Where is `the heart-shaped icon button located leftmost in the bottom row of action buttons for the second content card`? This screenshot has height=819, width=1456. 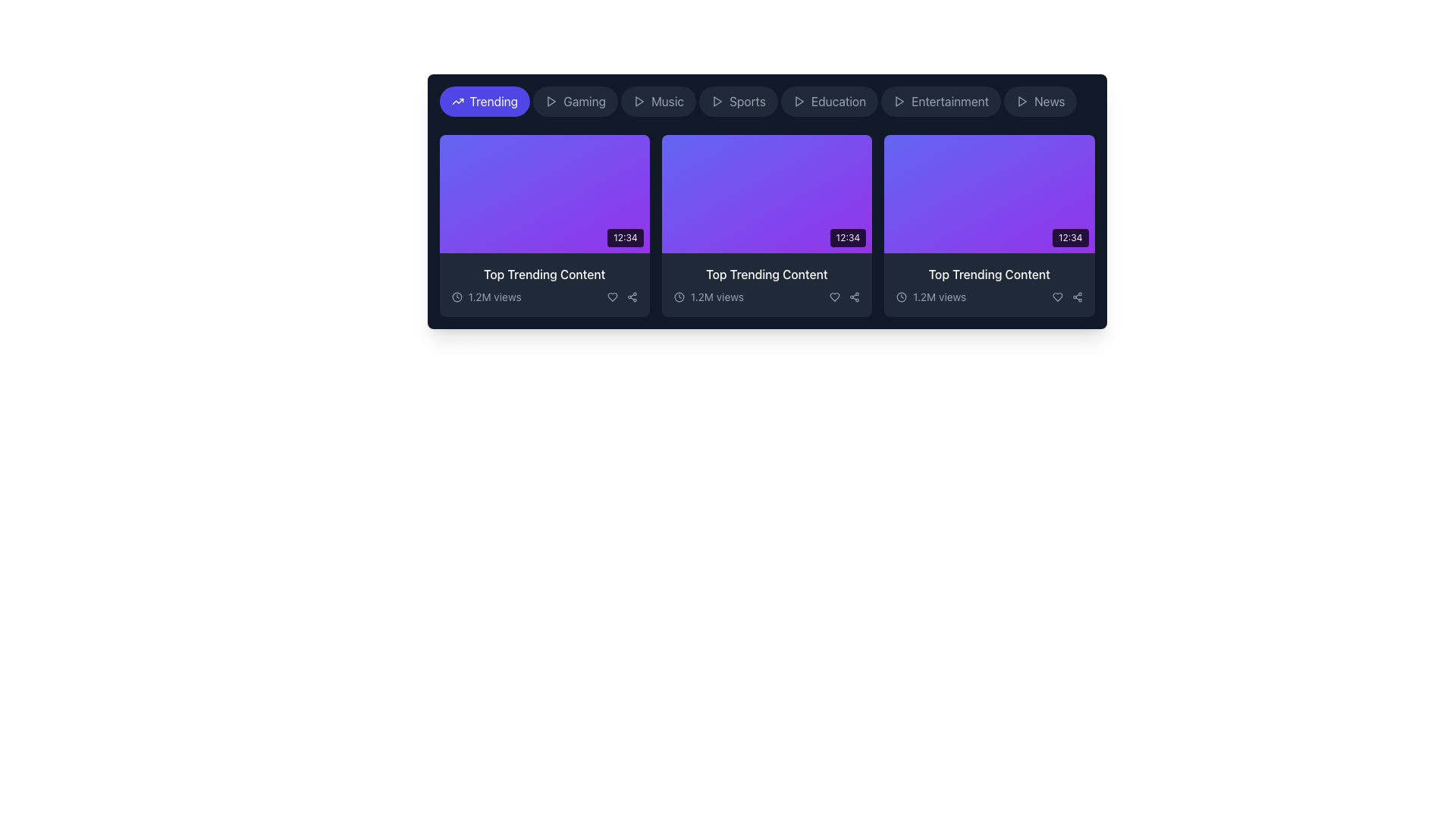
the heart-shaped icon button located leftmost in the bottom row of action buttons for the second content card is located at coordinates (834, 297).